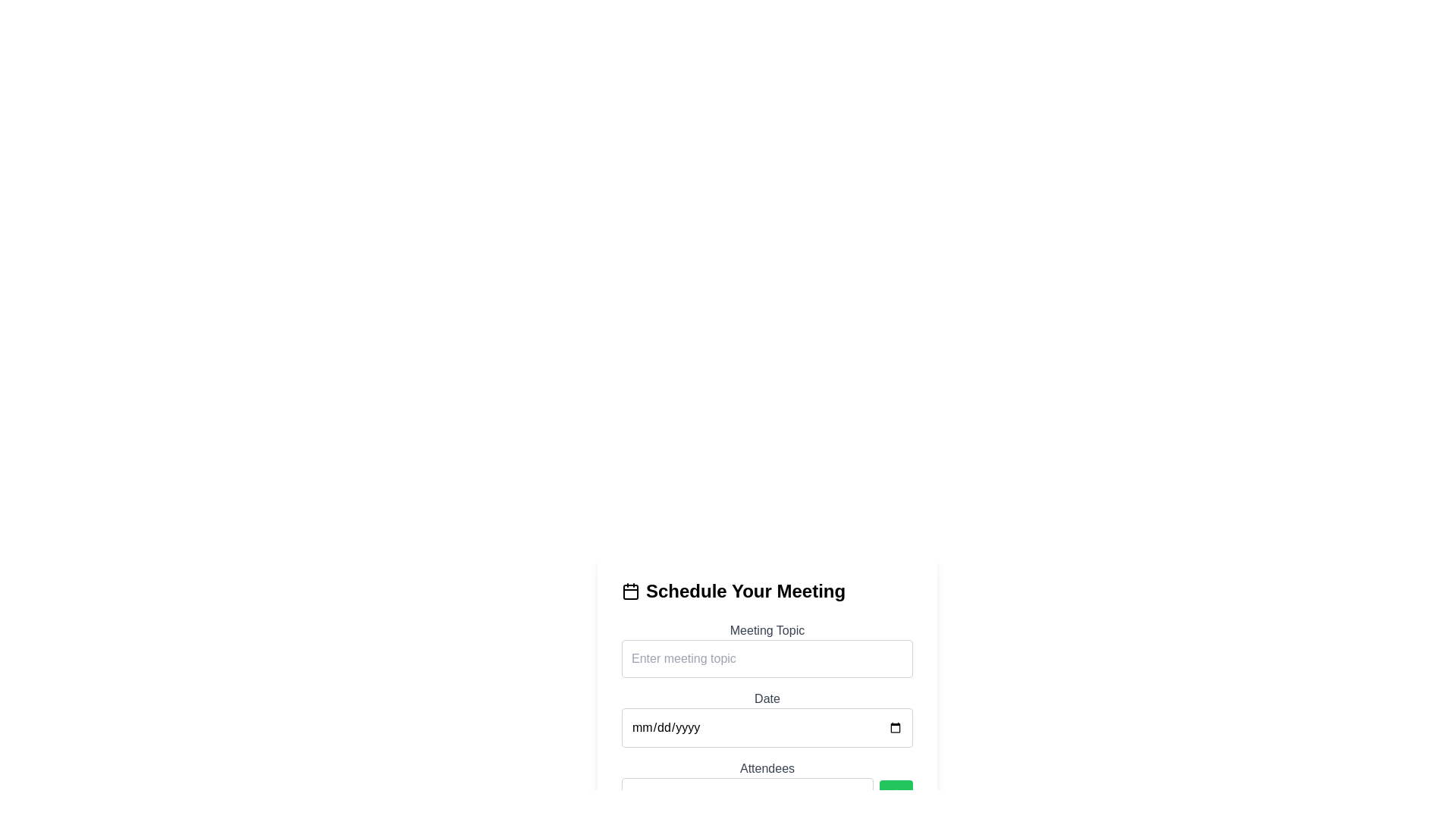  Describe the element at coordinates (767, 590) in the screenshot. I see `the header text 'Schedule Your Meeting' which is prominently styled with bold and large black text and has a calendar icon to its left, positioned at the top of the form layout` at that location.